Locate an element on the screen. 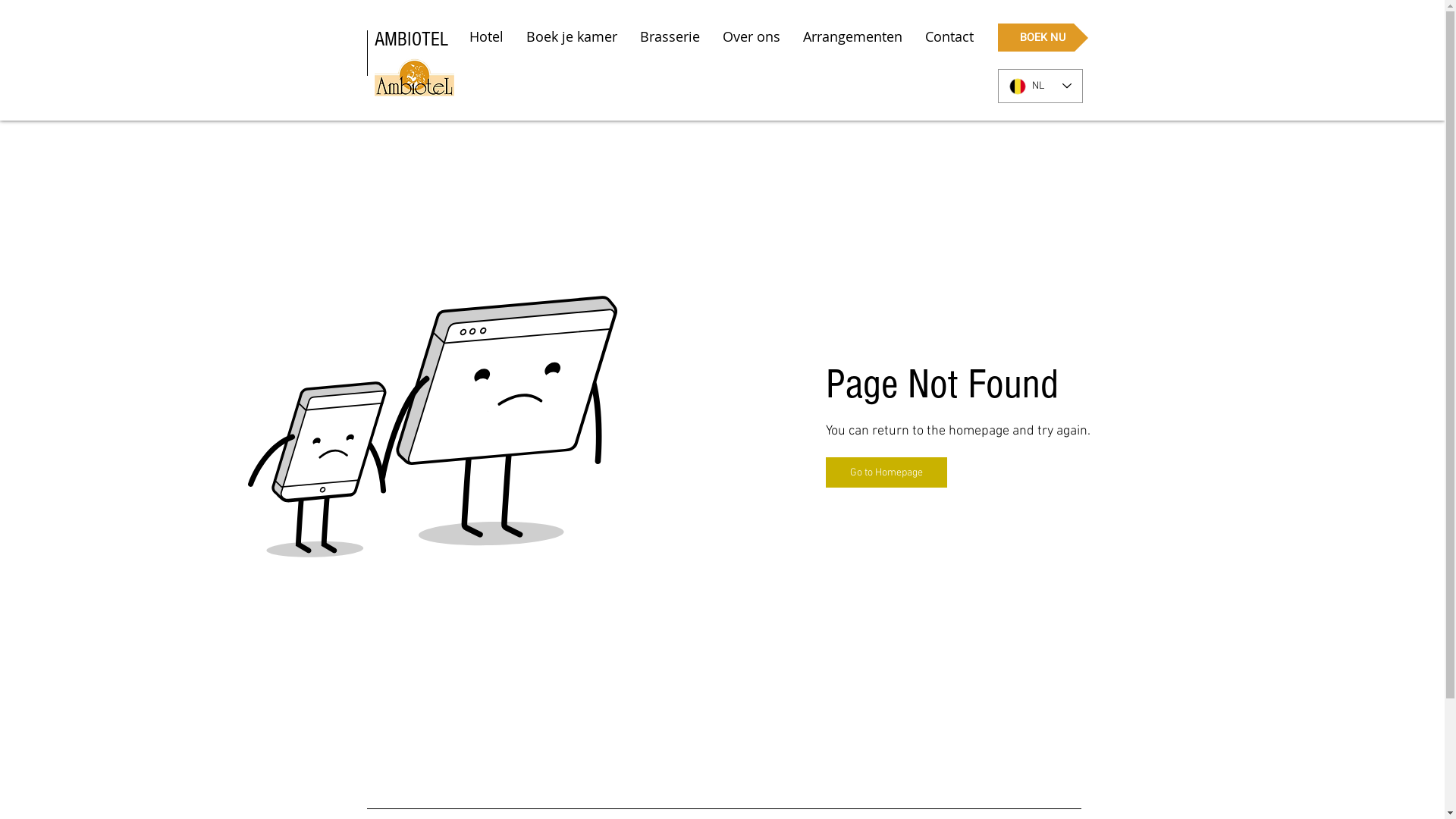  'Arrangementen' is located at coordinates (852, 35).